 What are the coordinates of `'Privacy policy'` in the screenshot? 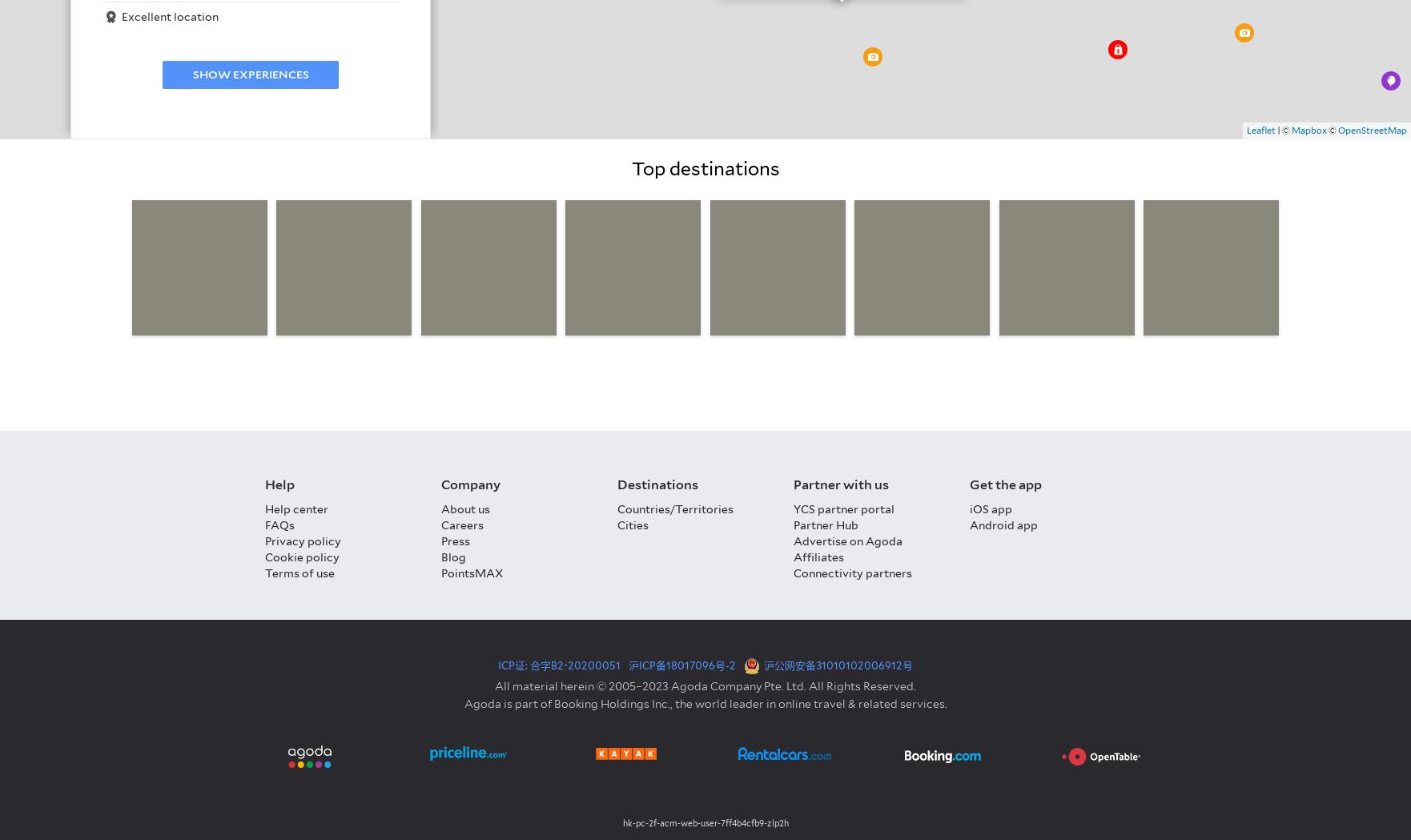 It's located at (265, 540).